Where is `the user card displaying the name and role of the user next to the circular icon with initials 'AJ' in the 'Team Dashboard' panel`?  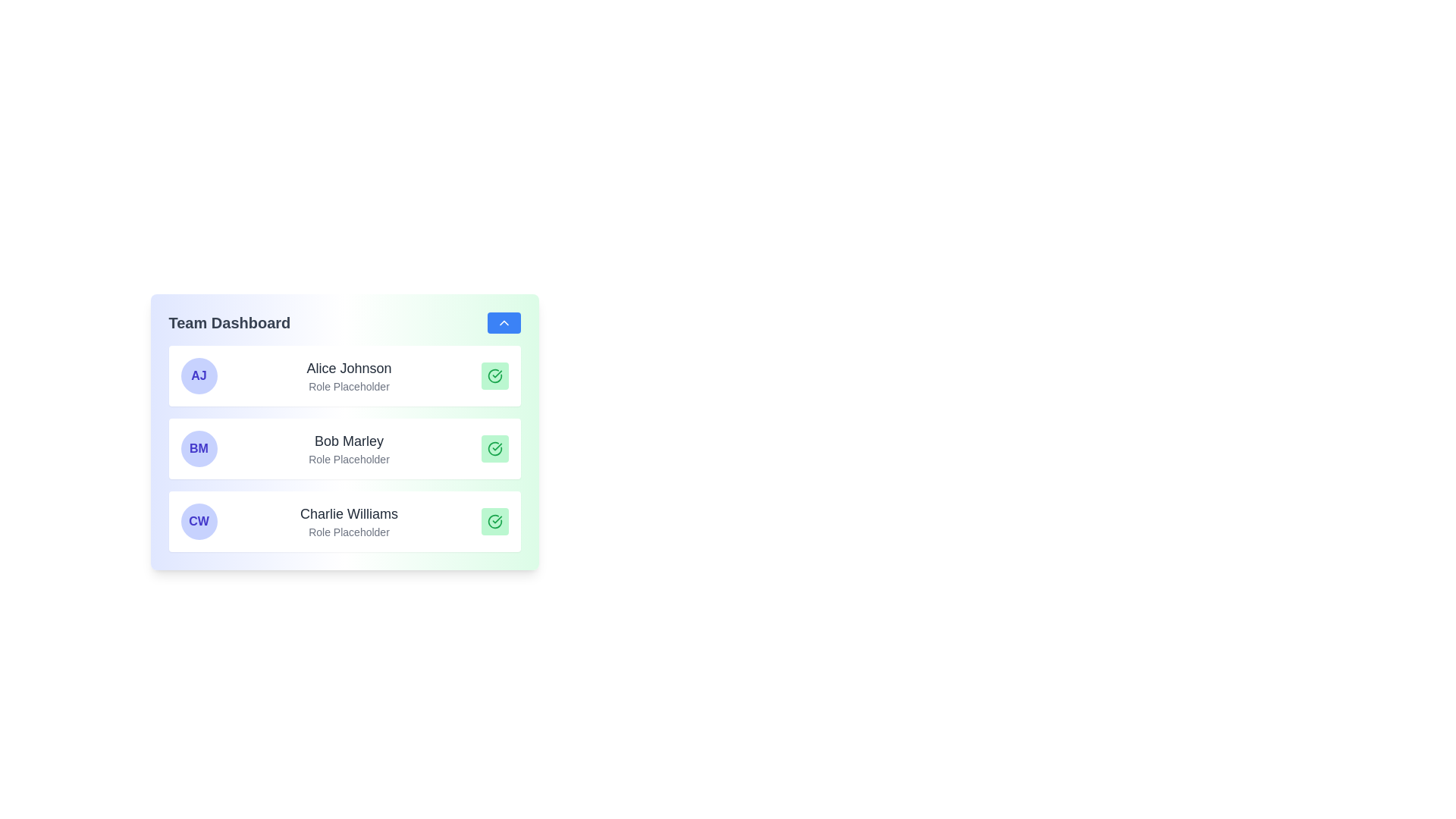 the user card displaying the name and role of the user next to the circular icon with initials 'AJ' in the 'Team Dashboard' panel is located at coordinates (348, 375).